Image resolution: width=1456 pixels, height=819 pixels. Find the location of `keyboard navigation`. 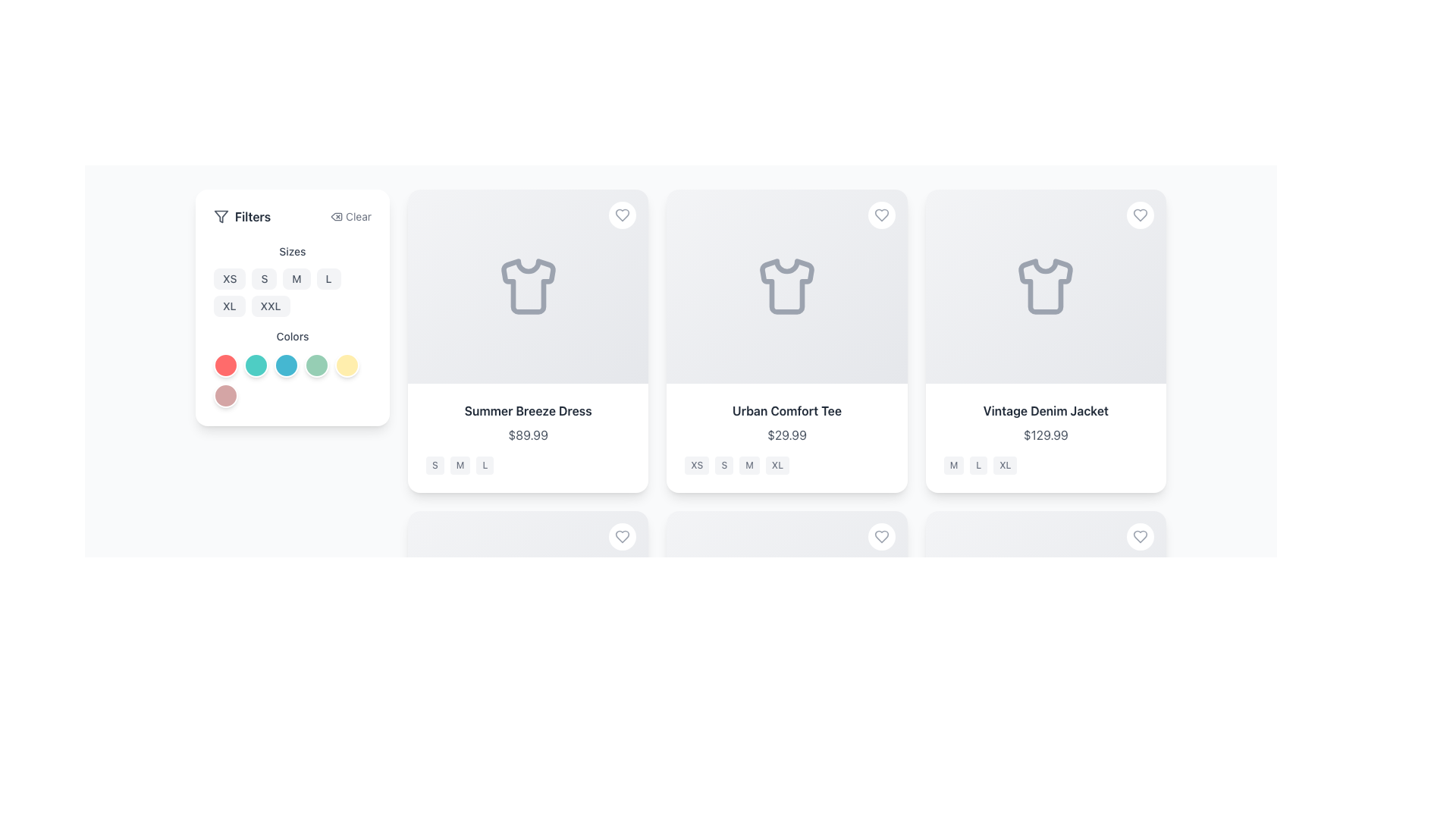

keyboard navigation is located at coordinates (292, 281).